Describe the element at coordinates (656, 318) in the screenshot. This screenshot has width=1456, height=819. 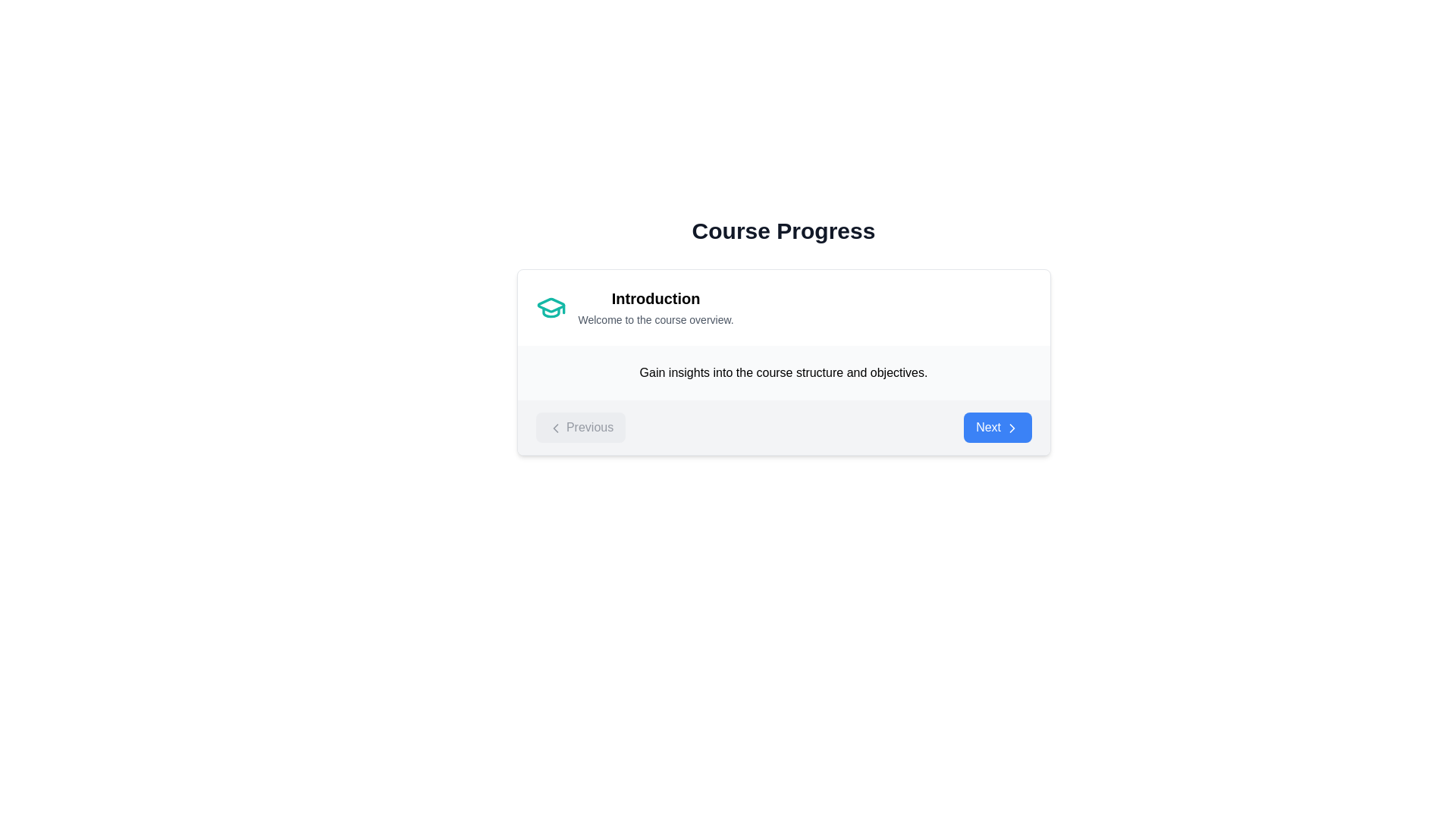
I see `the text block that reads 'Welcome to the course overview.' located directly beneath the 'Introduction' heading` at that location.